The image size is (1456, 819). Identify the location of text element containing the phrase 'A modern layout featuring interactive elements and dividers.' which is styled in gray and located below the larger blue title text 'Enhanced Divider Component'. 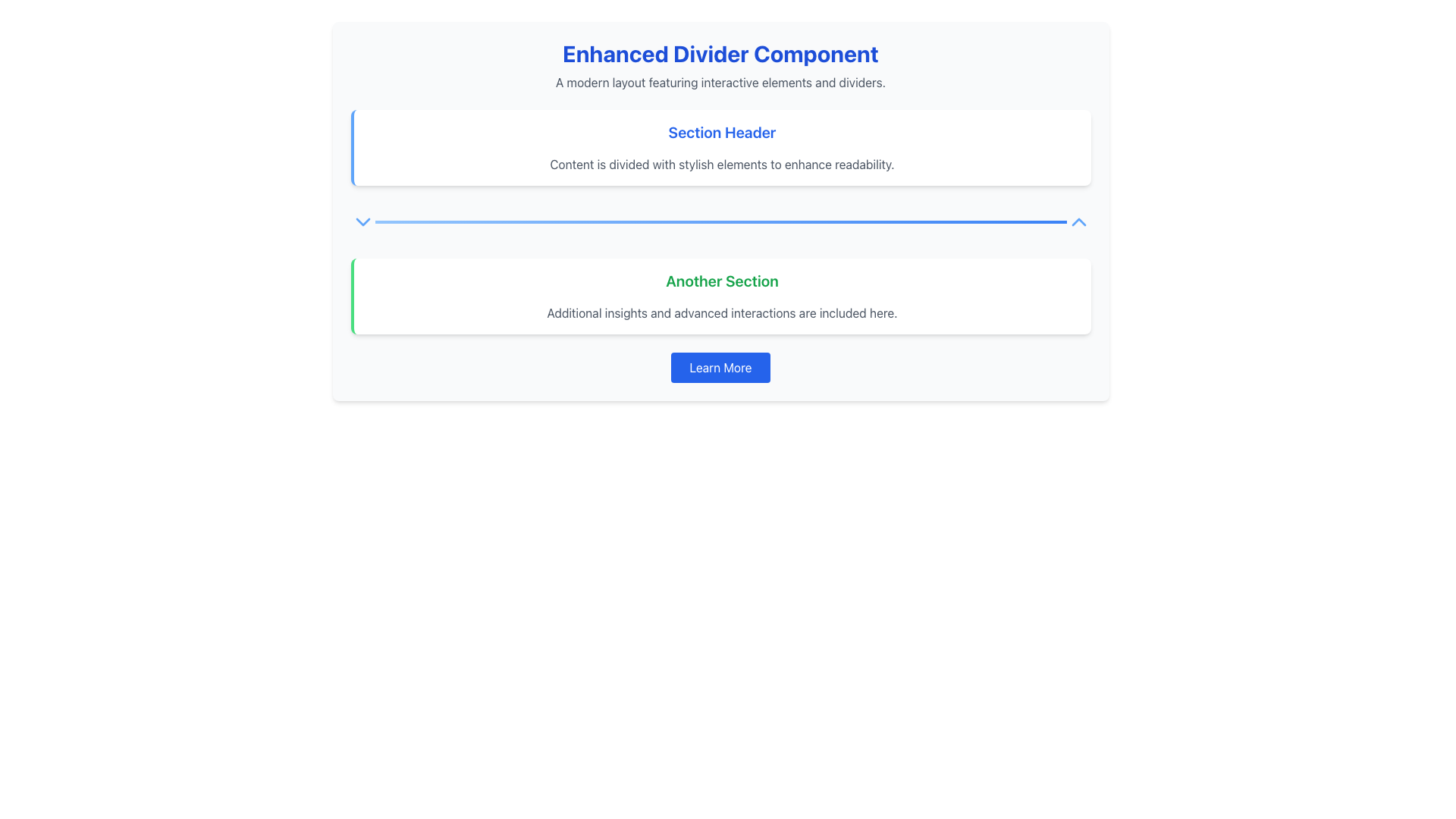
(720, 82).